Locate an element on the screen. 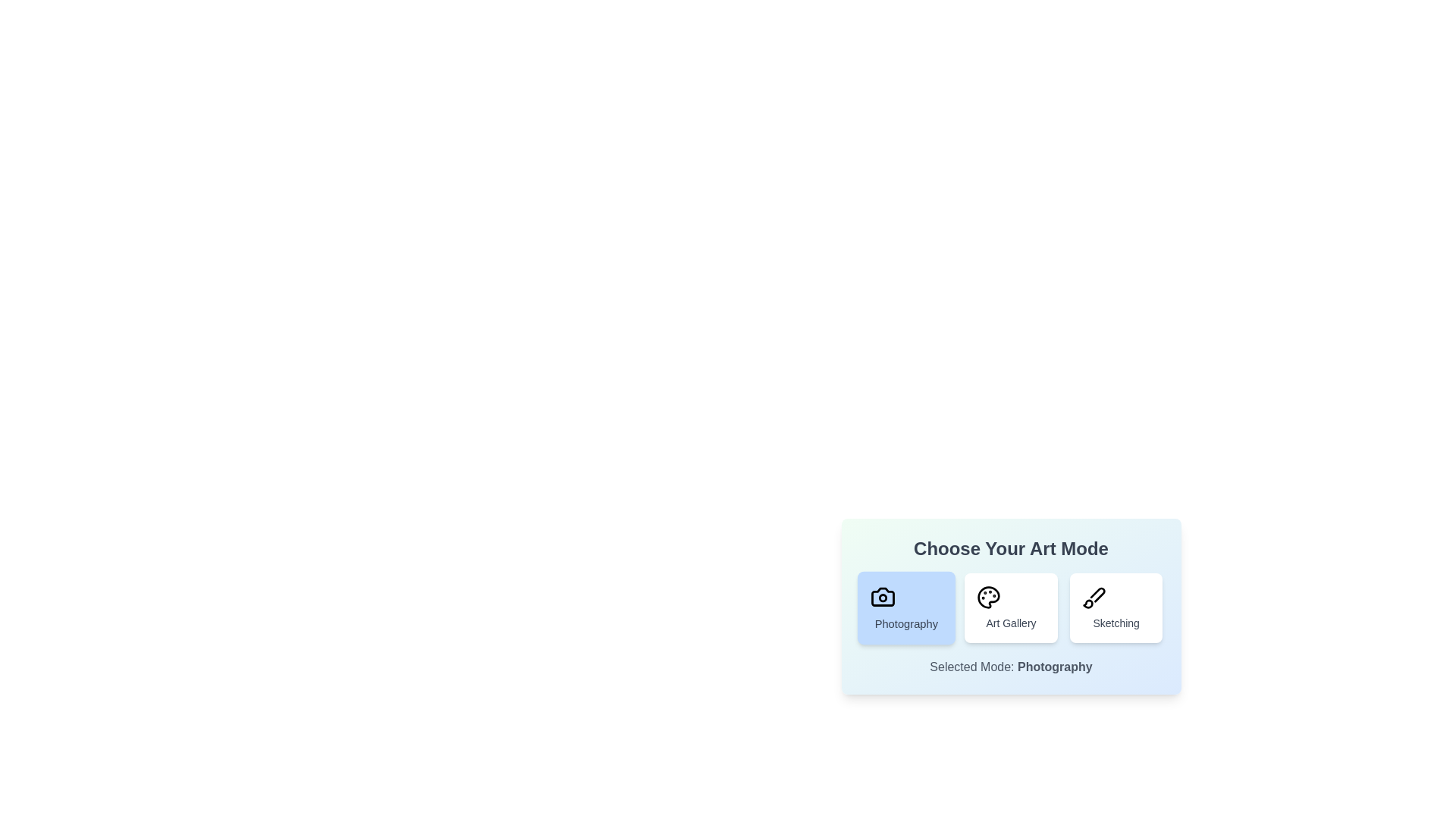 The width and height of the screenshot is (1456, 819). the art mode by clicking on the button corresponding to Sketching is located at coordinates (1116, 607).